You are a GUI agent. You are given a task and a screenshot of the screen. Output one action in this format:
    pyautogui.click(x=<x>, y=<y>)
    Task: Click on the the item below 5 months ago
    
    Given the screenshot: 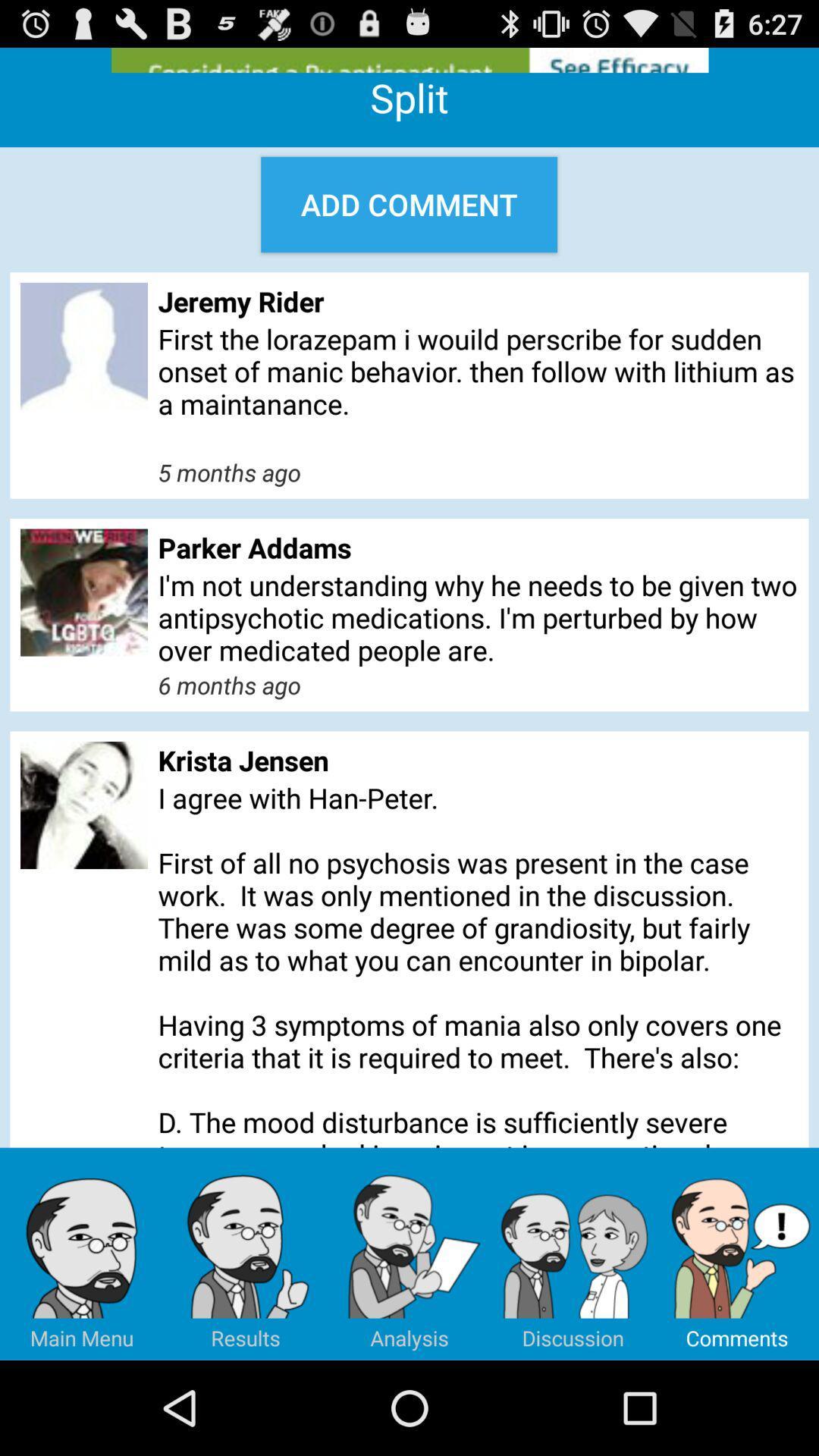 What is the action you would take?
    pyautogui.click(x=478, y=547)
    